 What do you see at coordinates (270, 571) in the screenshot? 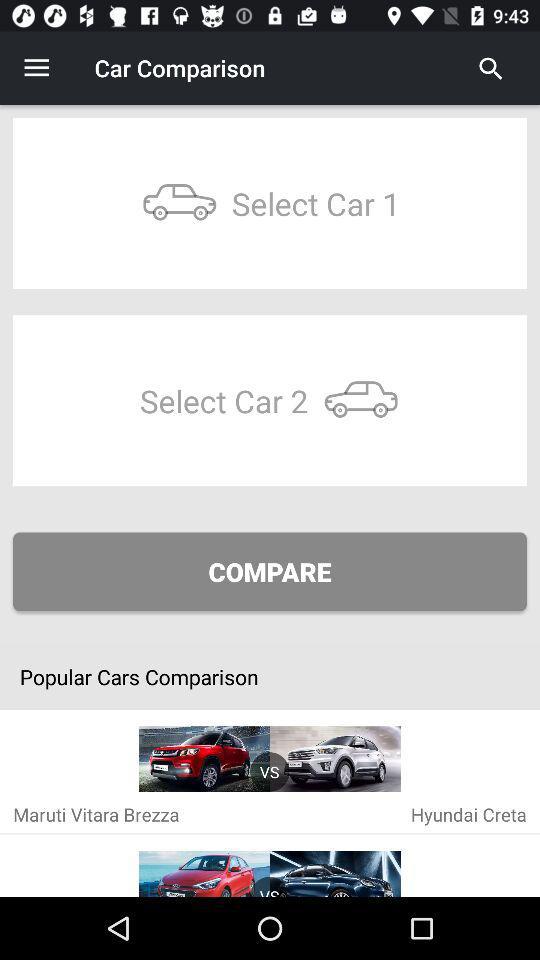
I see `compare item` at bounding box center [270, 571].